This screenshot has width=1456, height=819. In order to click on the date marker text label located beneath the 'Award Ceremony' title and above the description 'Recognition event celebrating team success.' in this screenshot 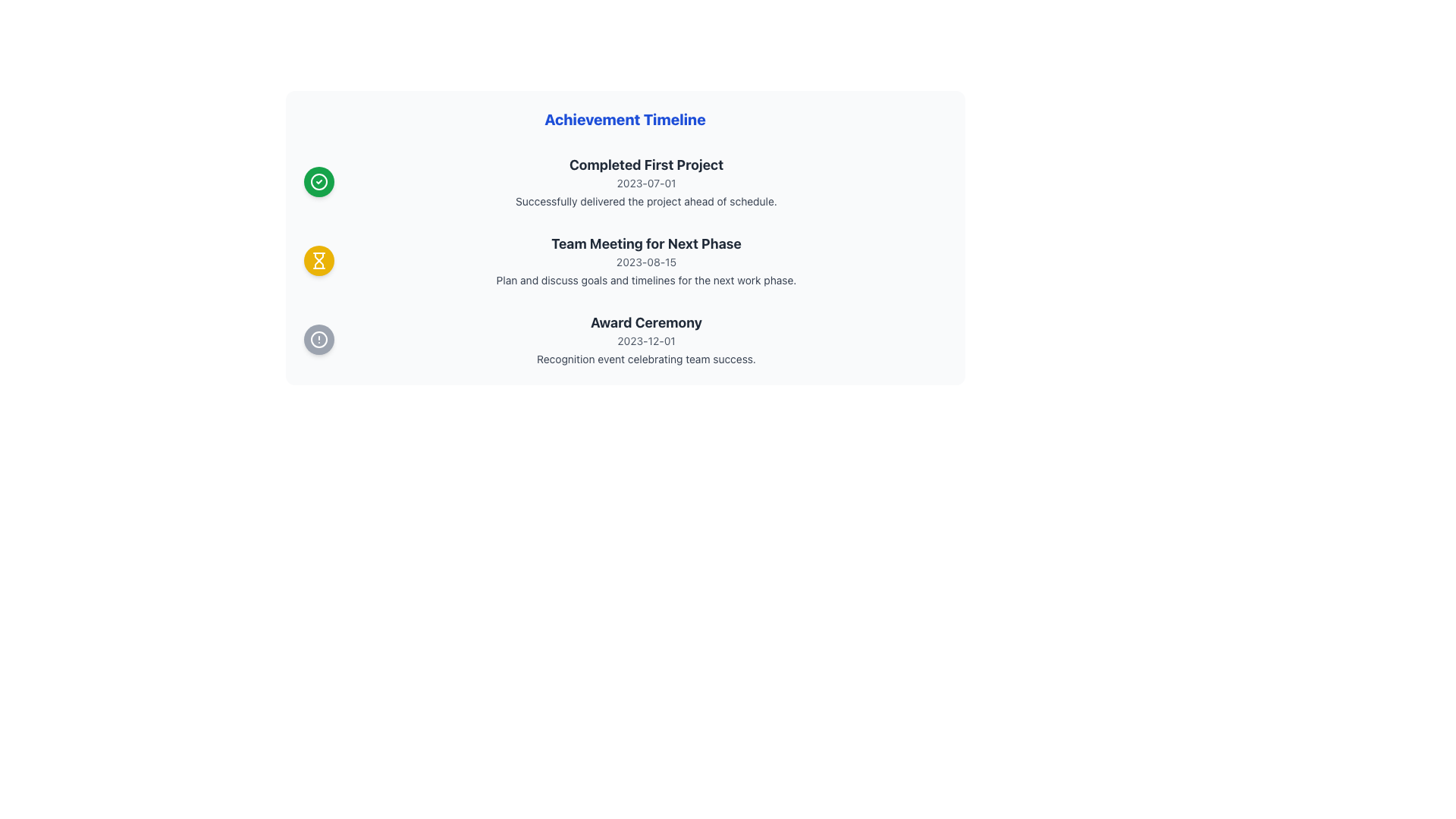, I will do `click(646, 341)`.